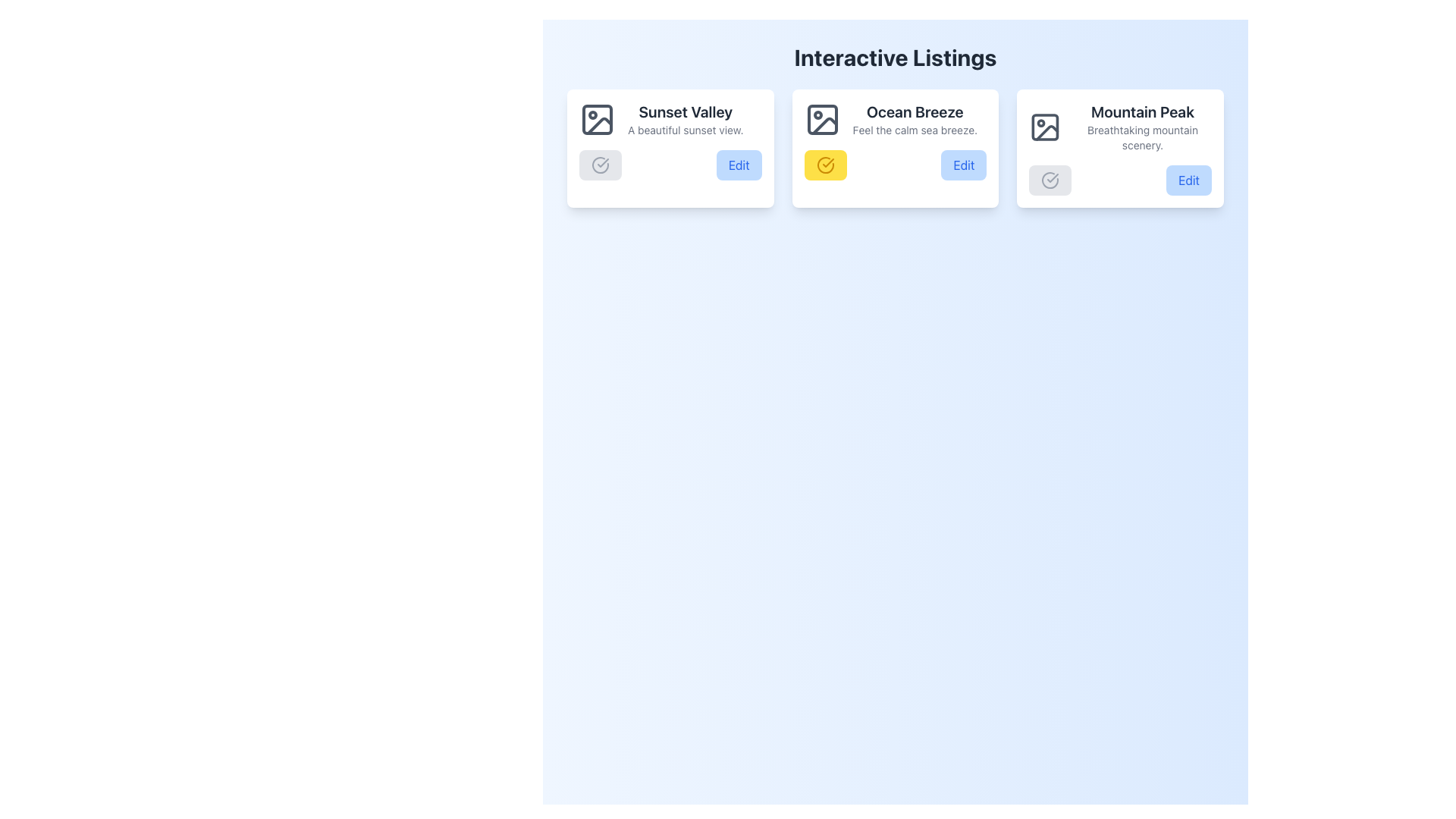  What do you see at coordinates (1050, 180) in the screenshot?
I see `the circular gray icon with a checkmark inside, located at the bottom-left corner of the 'Mountain Peak' card` at bounding box center [1050, 180].